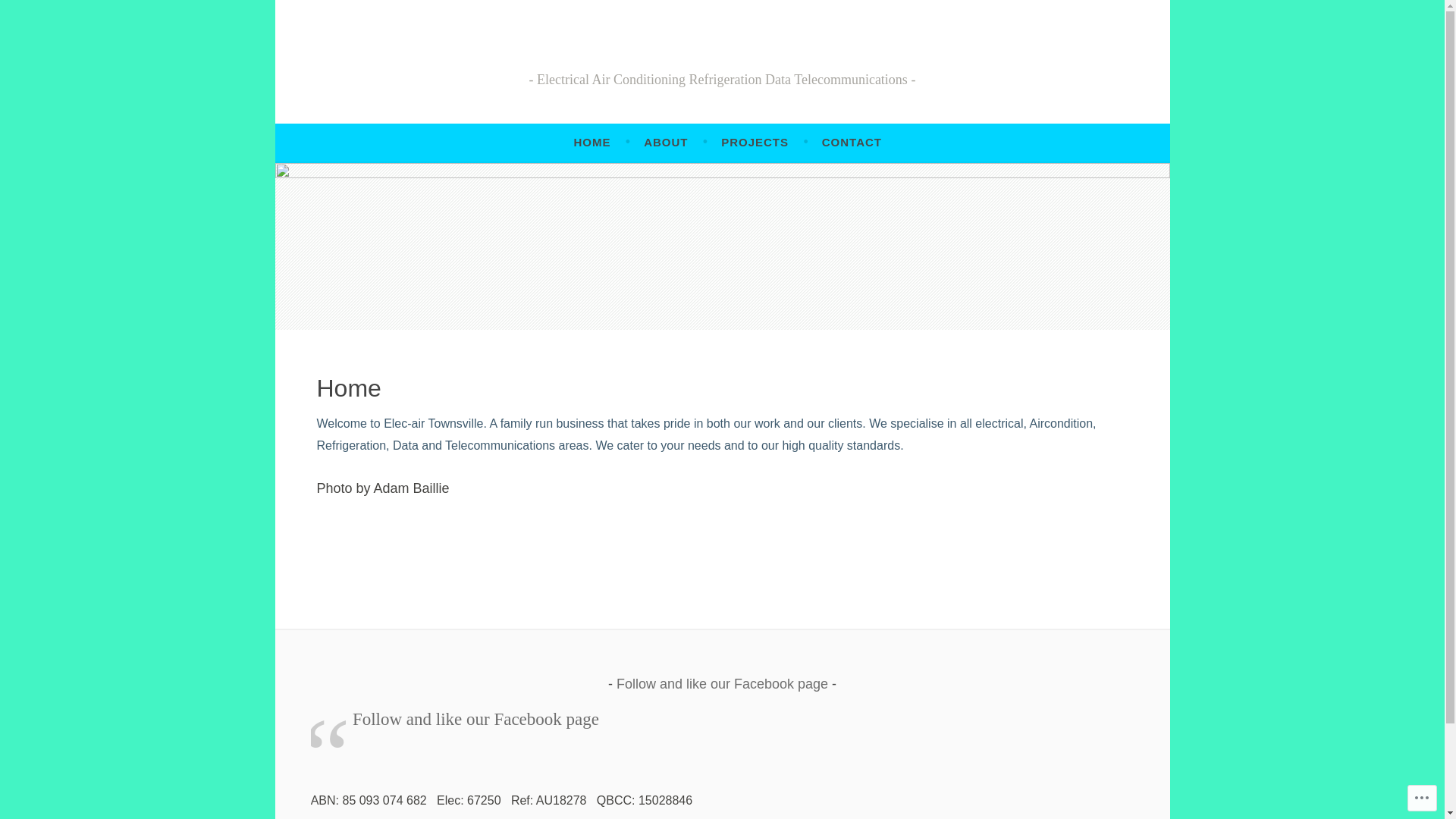 Image resolution: width=1456 pixels, height=819 pixels. Describe the element at coordinates (475, 718) in the screenshot. I see `'Follow and like our Facebook page'` at that location.